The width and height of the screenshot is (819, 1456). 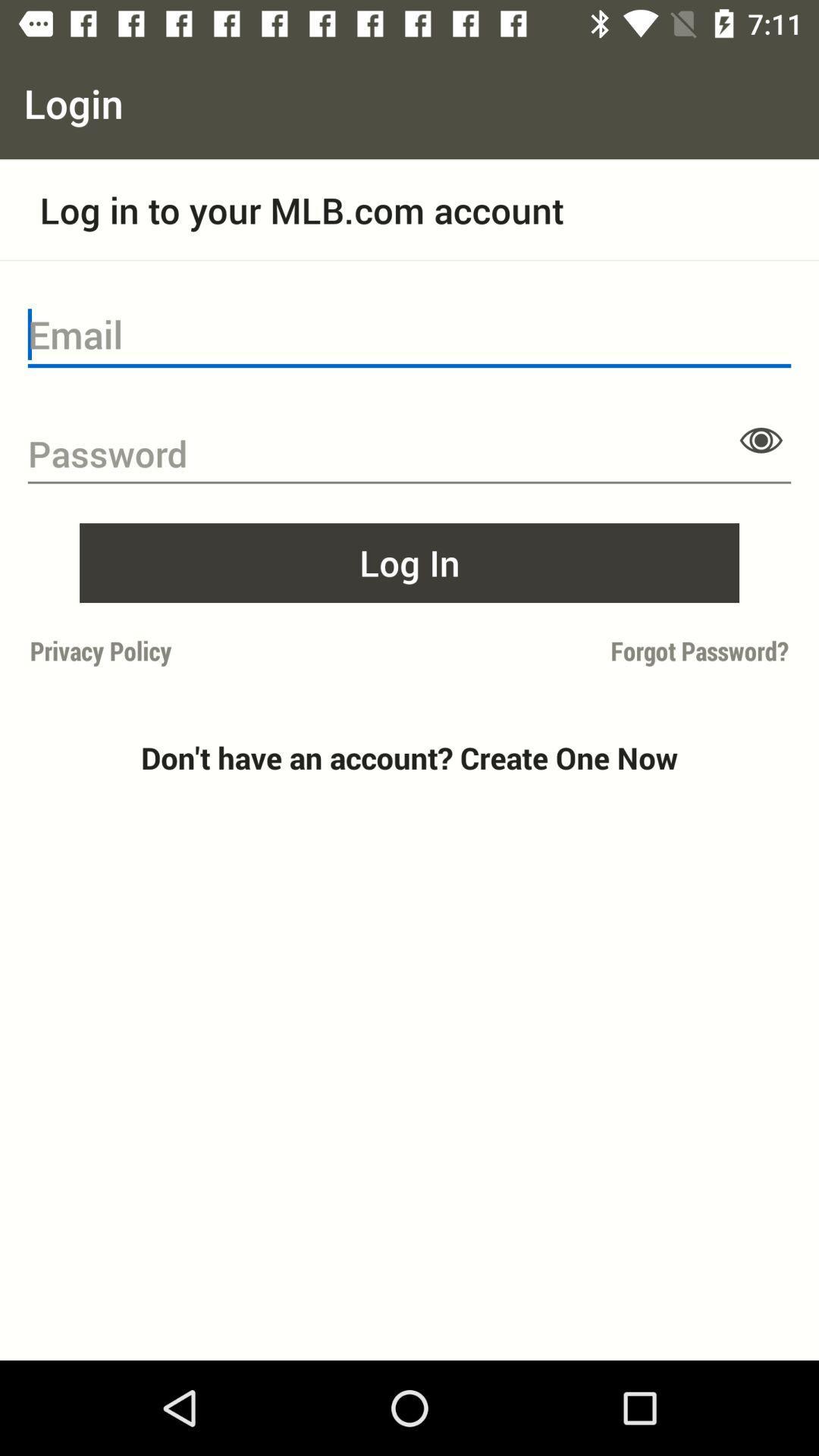 What do you see at coordinates (215, 651) in the screenshot?
I see `the item below log in icon` at bounding box center [215, 651].